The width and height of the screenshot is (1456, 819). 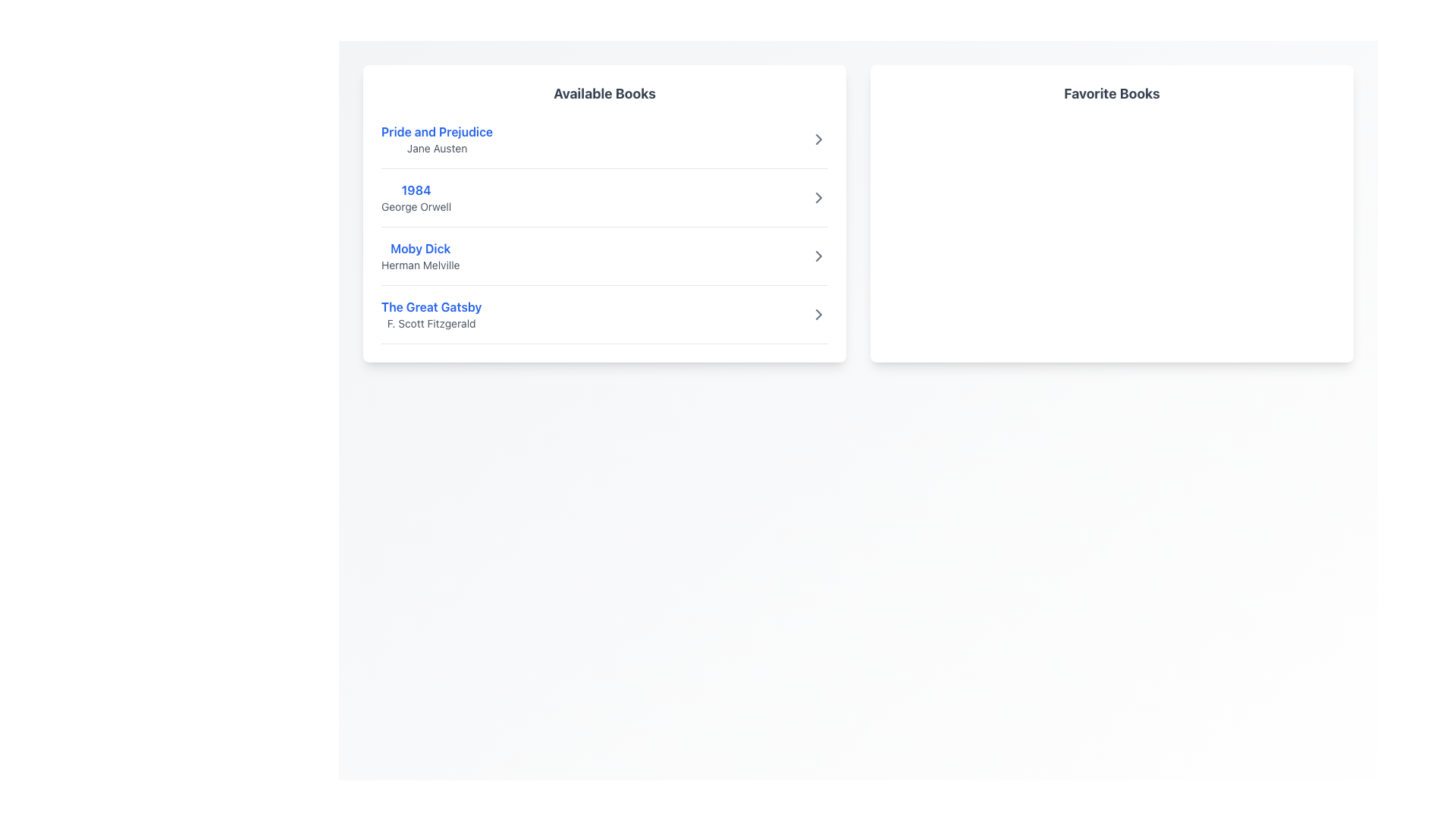 What do you see at coordinates (604, 93) in the screenshot?
I see `title 'Available Books' displayed in bold, medium-sized text at the top center of the card layout` at bounding box center [604, 93].